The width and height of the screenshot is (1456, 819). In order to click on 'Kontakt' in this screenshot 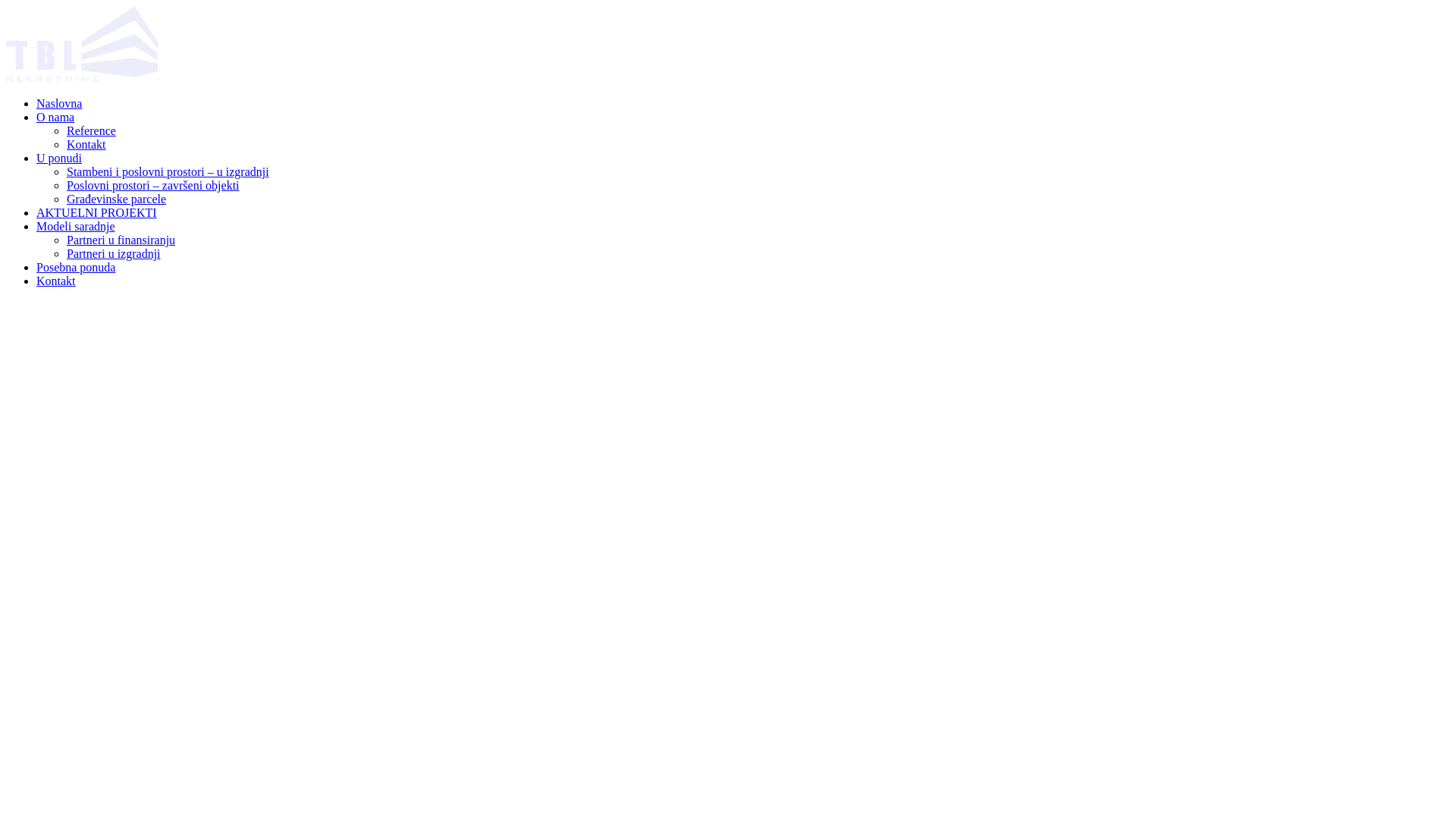, I will do `click(36, 281)`.